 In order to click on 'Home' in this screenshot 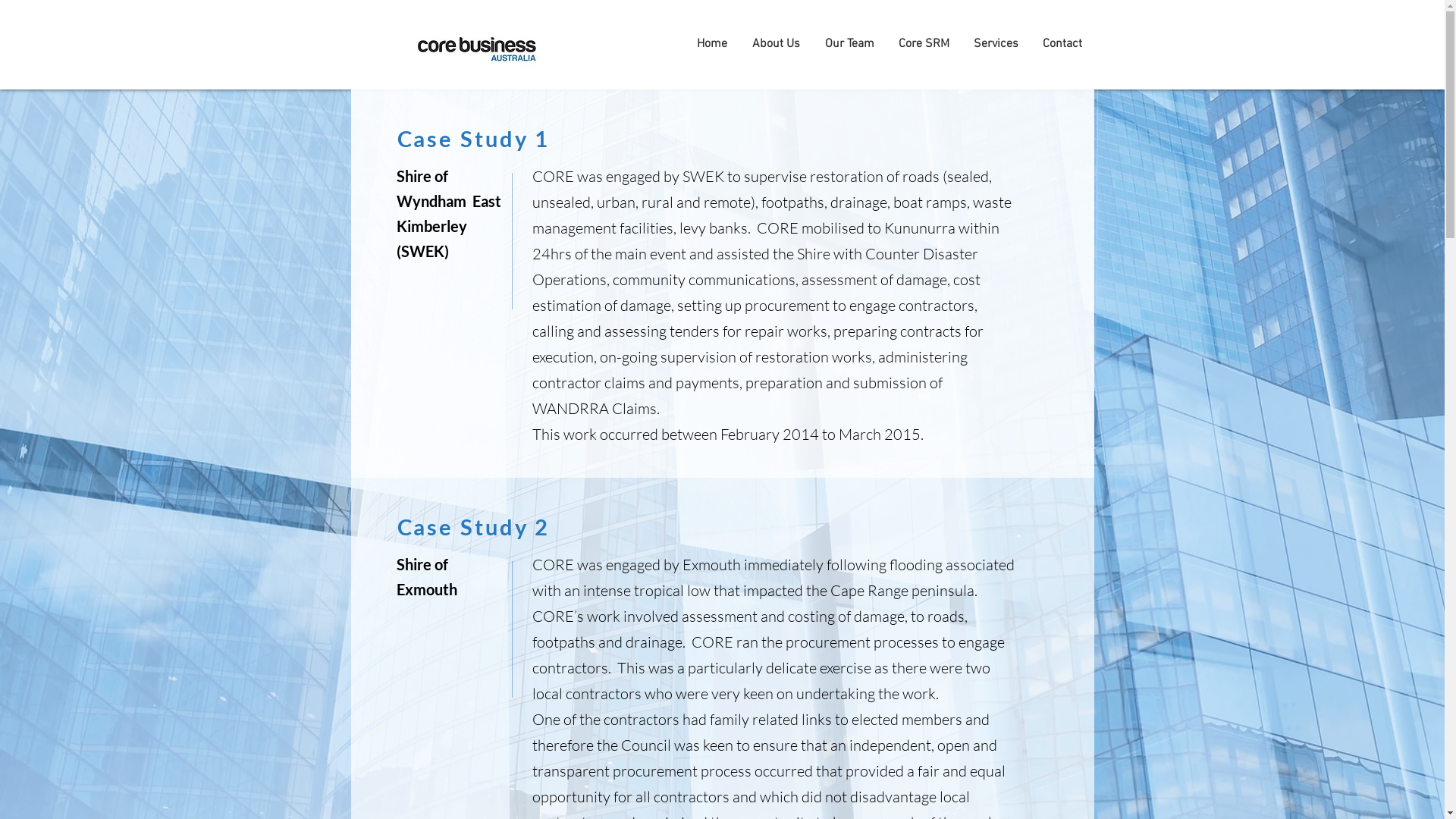, I will do `click(711, 43)`.